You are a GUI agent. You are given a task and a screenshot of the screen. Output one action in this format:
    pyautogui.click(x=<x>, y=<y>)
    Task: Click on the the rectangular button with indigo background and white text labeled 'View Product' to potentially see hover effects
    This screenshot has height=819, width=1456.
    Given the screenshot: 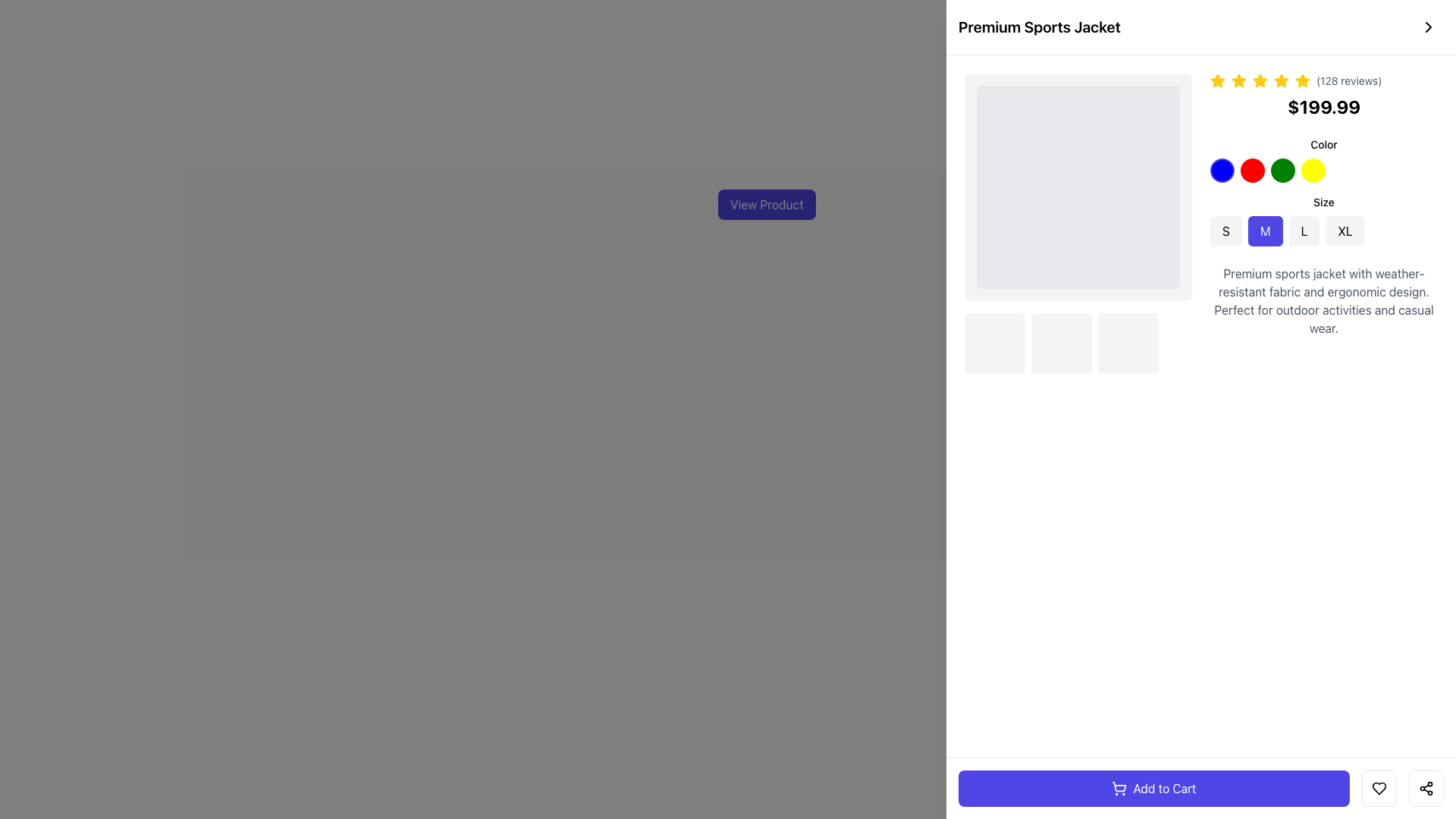 What is the action you would take?
    pyautogui.click(x=767, y=205)
    